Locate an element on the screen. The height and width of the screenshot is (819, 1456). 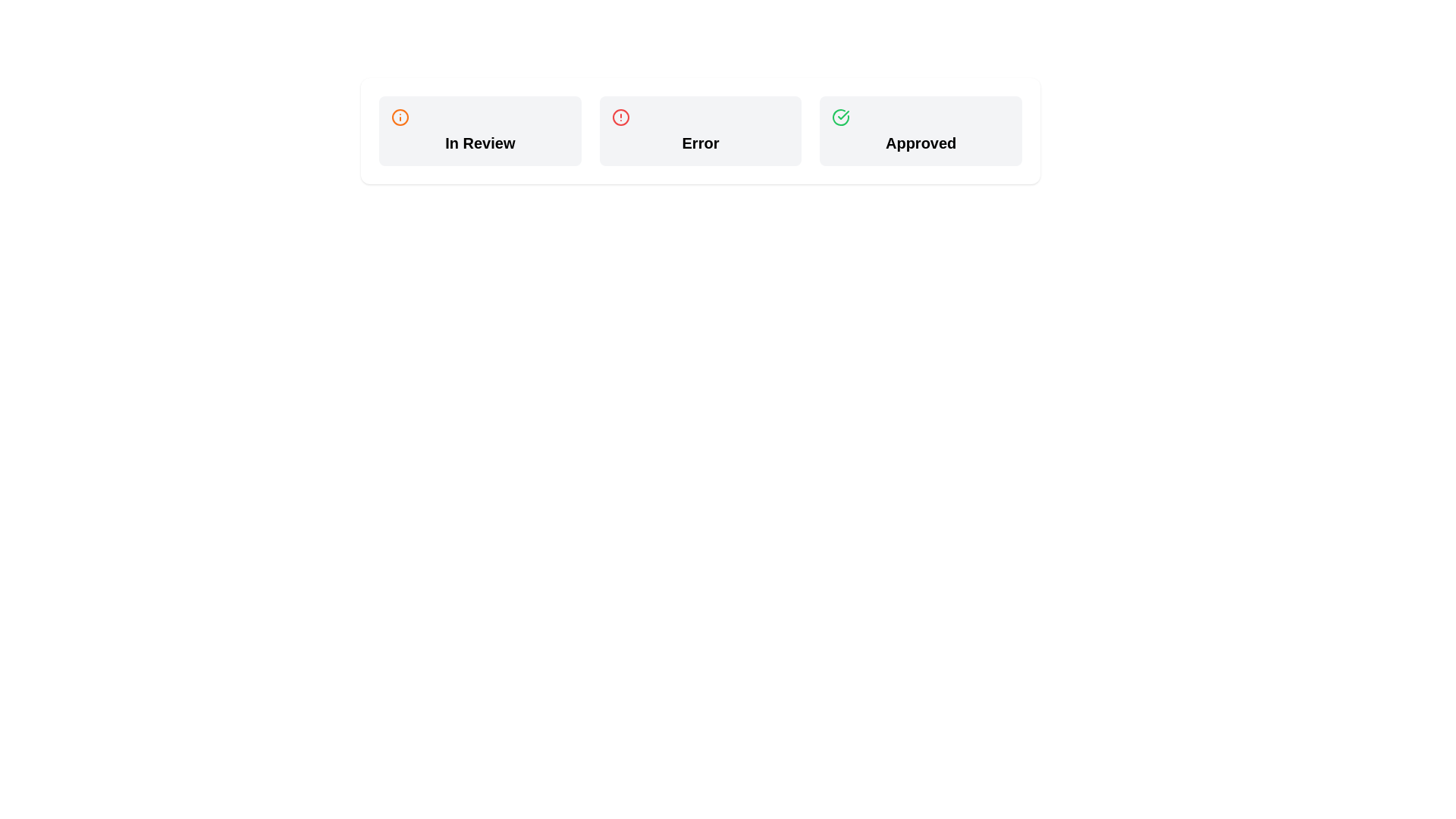
the informational icon that signifies the 'In Review' state, located at the start of the 'In Review' section above the corresponding text is located at coordinates (400, 116).